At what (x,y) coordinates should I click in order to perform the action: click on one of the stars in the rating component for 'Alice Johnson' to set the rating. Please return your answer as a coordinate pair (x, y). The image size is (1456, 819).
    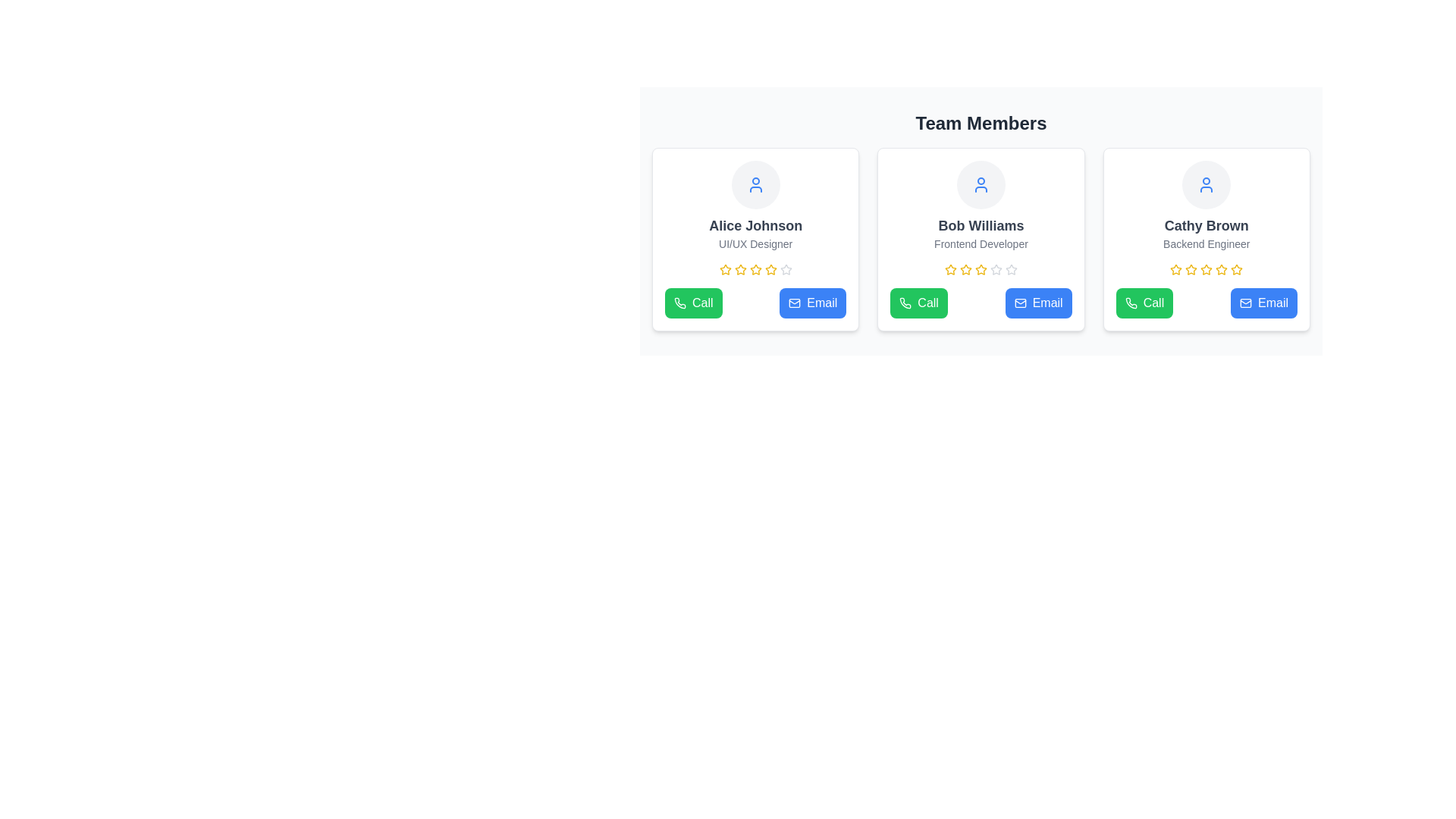
    Looking at the image, I should click on (755, 268).